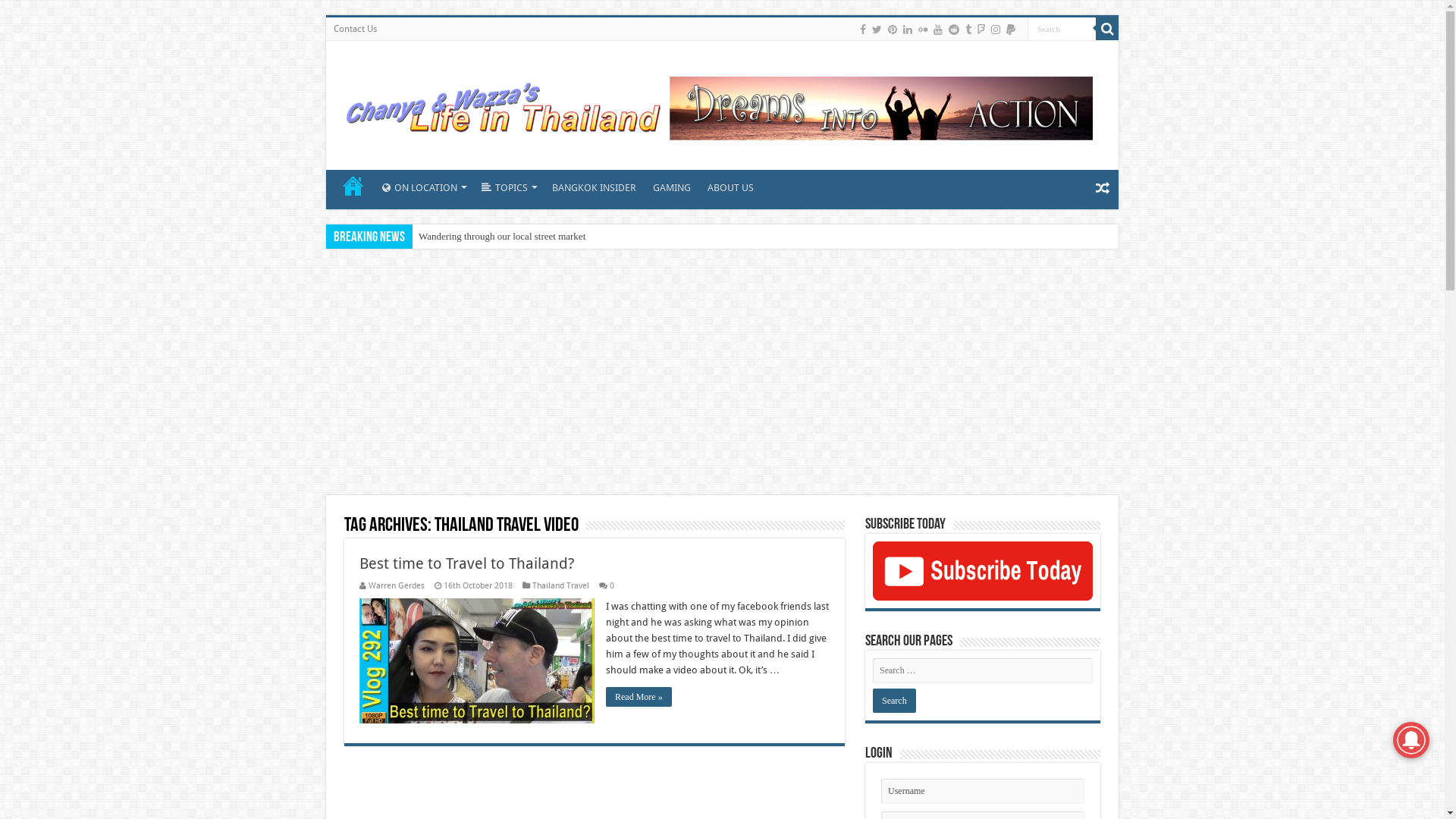  I want to click on 'Username', so click(983, 790).